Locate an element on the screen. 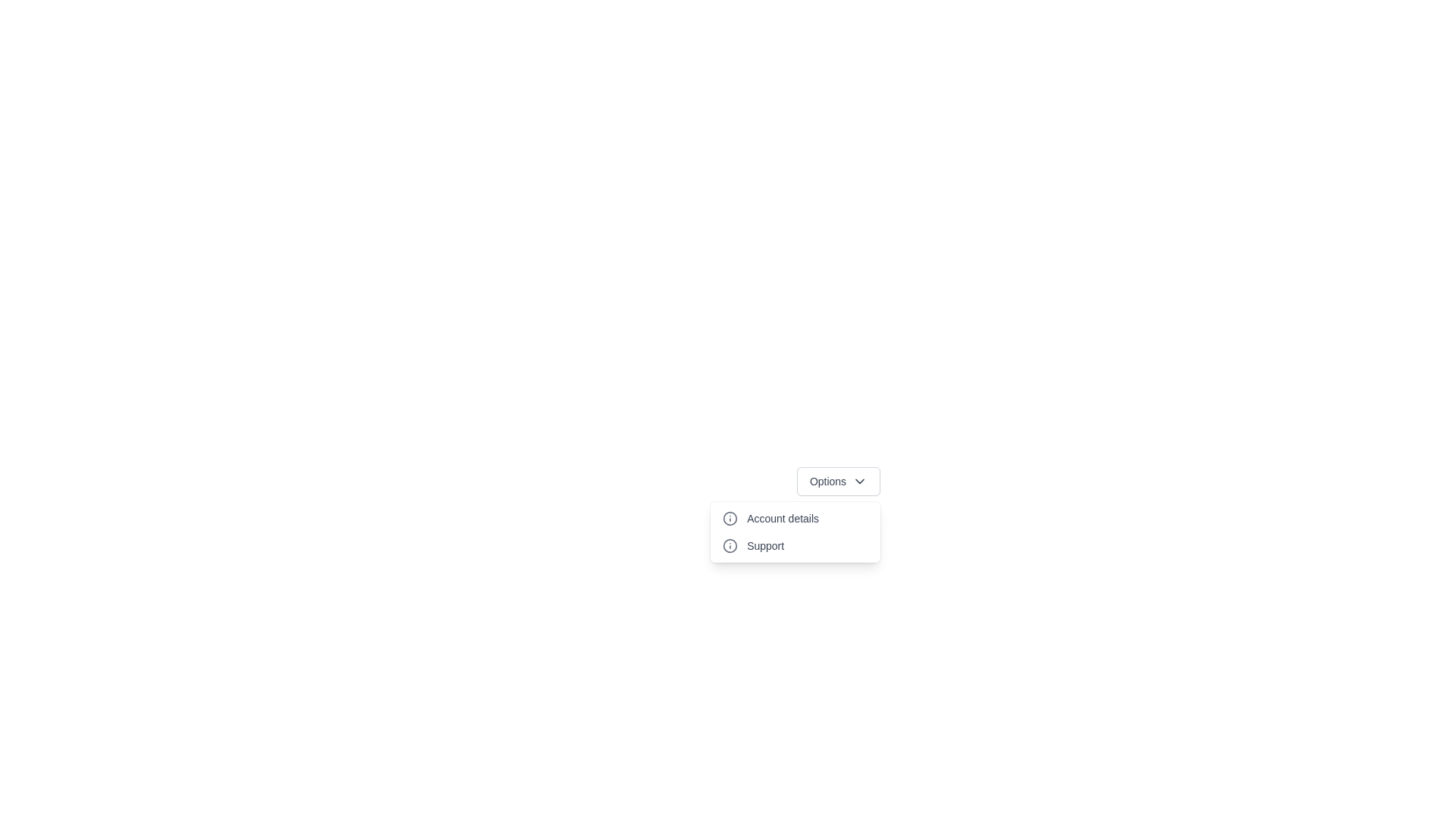  the 'Options' button, which is a rectangular button with a light gray border and grayish-blue text is located at coordinates (837, 482).